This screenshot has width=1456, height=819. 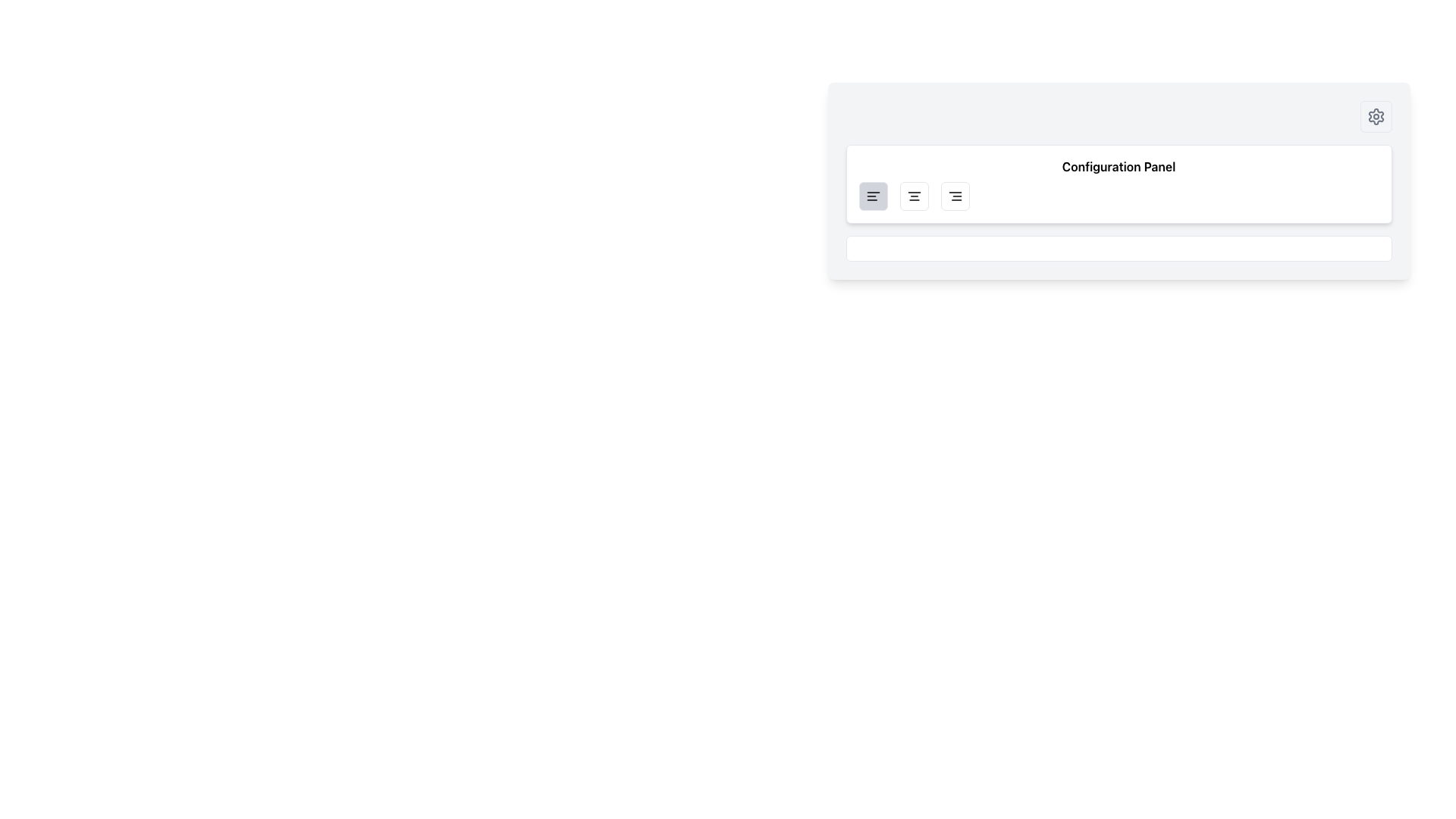 What do you see at coordinates (1376, 116) in the screenshot?
I see `the gear icon located at the top-right corner of the configuration panel` at bounding box center [1376, 116].